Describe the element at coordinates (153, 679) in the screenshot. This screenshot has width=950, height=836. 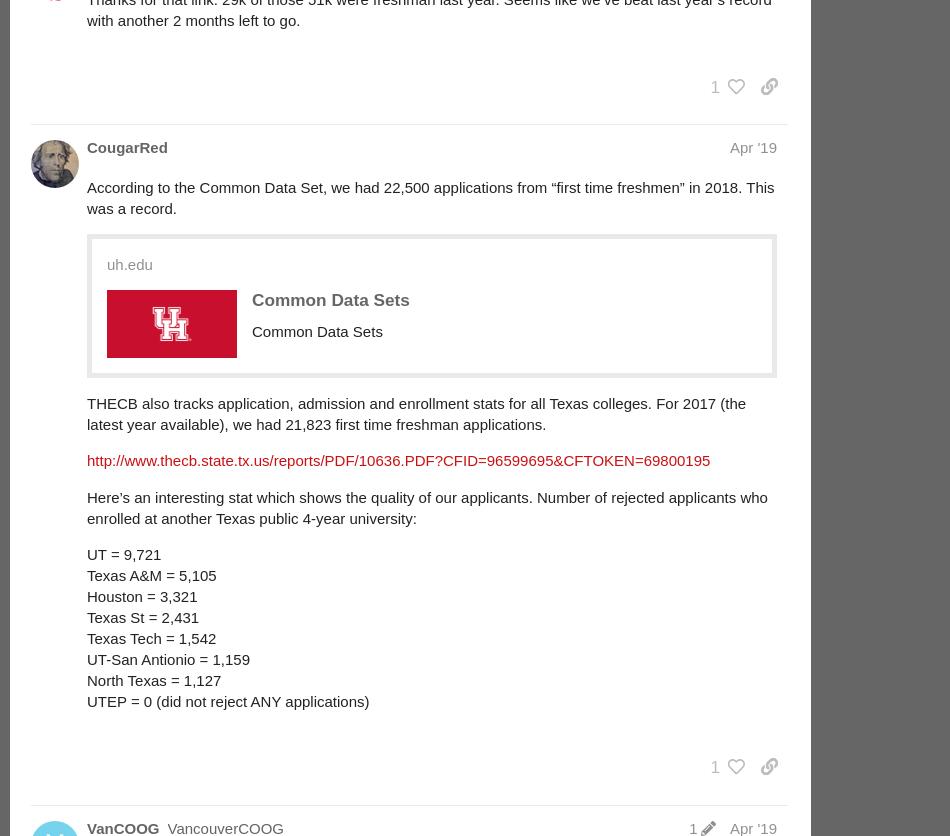
I see `'North Texas = 1,127'` at that location.